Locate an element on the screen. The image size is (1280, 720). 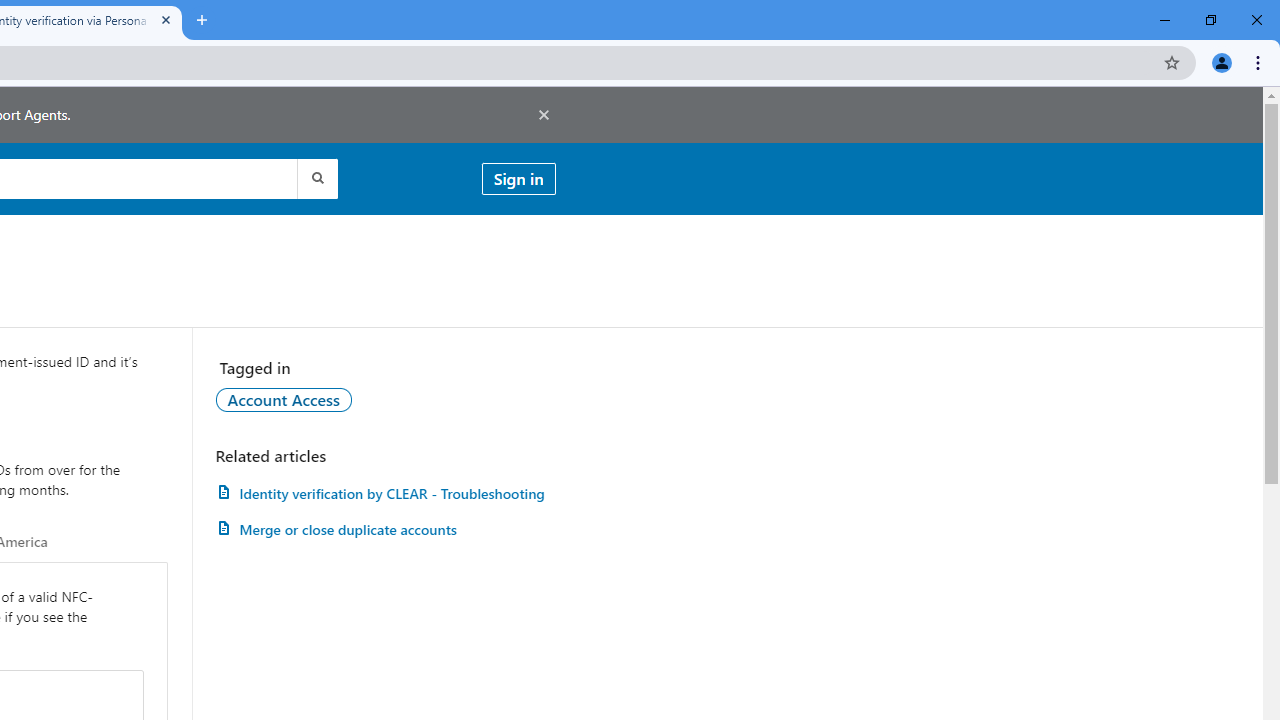
'Account Access' is located at coordinates (282, 399).